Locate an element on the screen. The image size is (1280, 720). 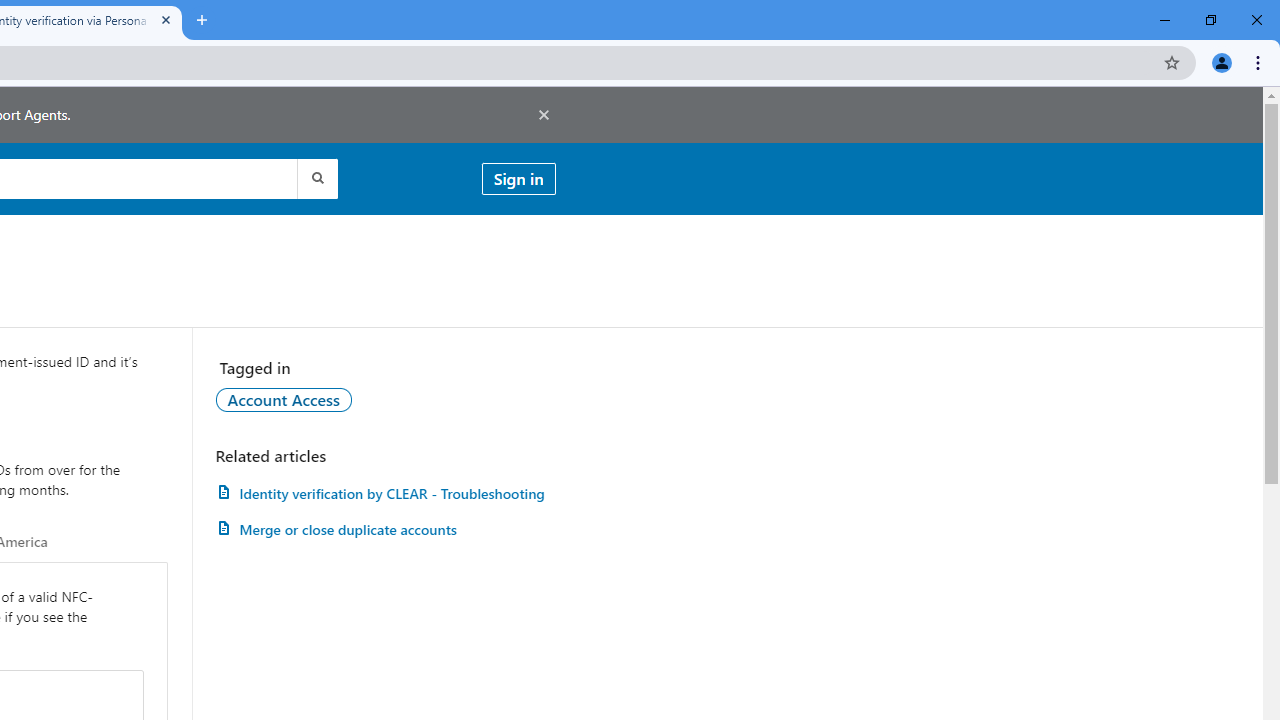
'Account Access' is located at coordinates (282, 399).